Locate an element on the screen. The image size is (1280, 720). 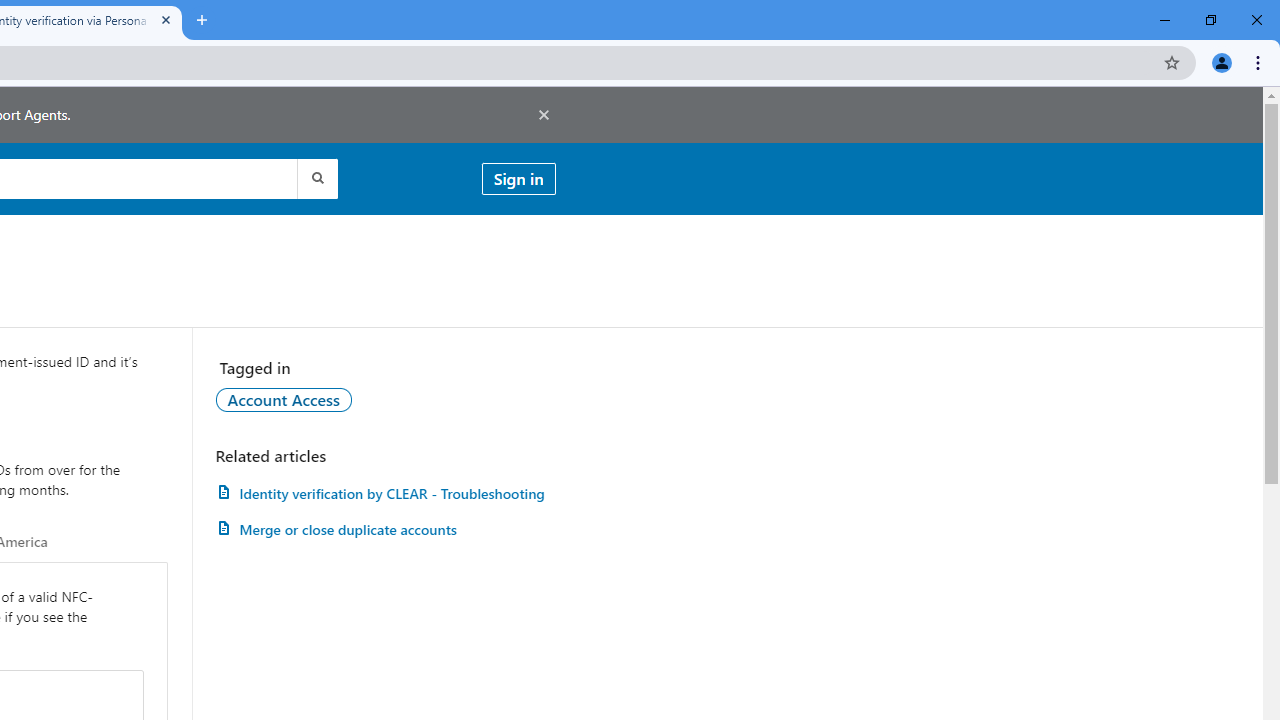
'Account Access' is located at coordinates (282, 399).